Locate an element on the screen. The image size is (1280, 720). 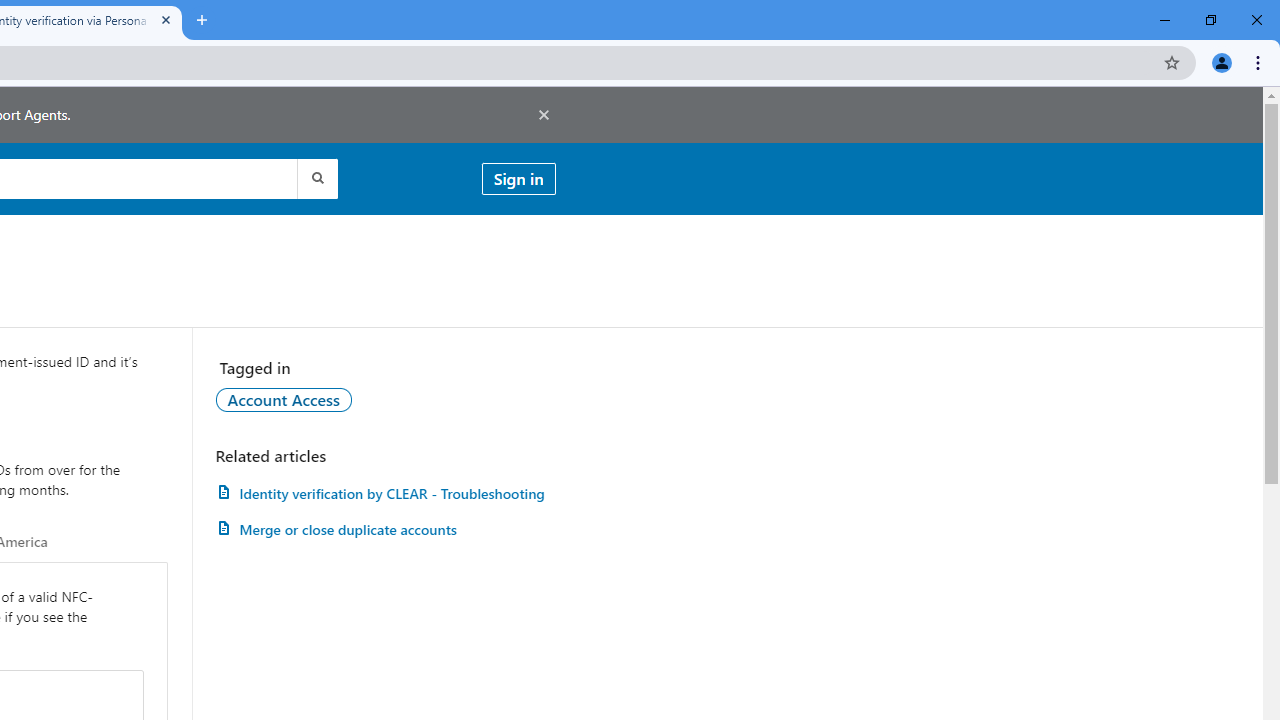
'Account Access' is located at coordinates (282, 399).